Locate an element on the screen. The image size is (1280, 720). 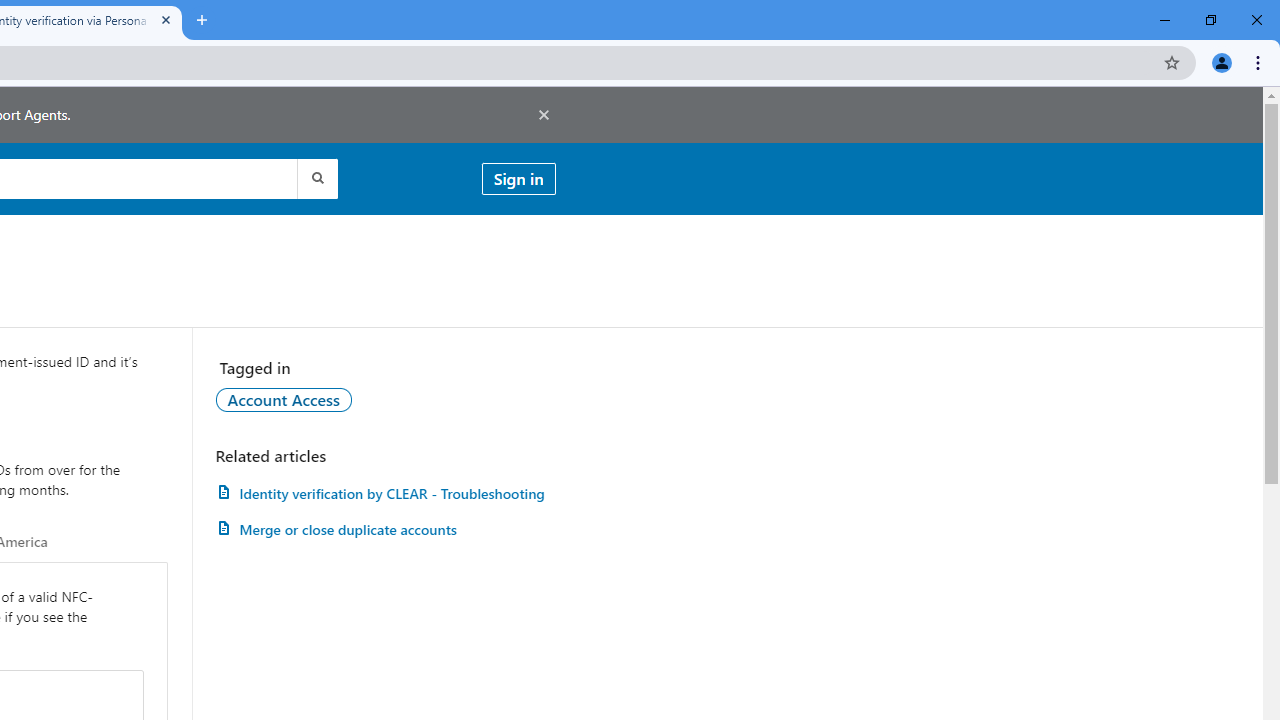
'Account Access' is located at coordinates (282, 399).